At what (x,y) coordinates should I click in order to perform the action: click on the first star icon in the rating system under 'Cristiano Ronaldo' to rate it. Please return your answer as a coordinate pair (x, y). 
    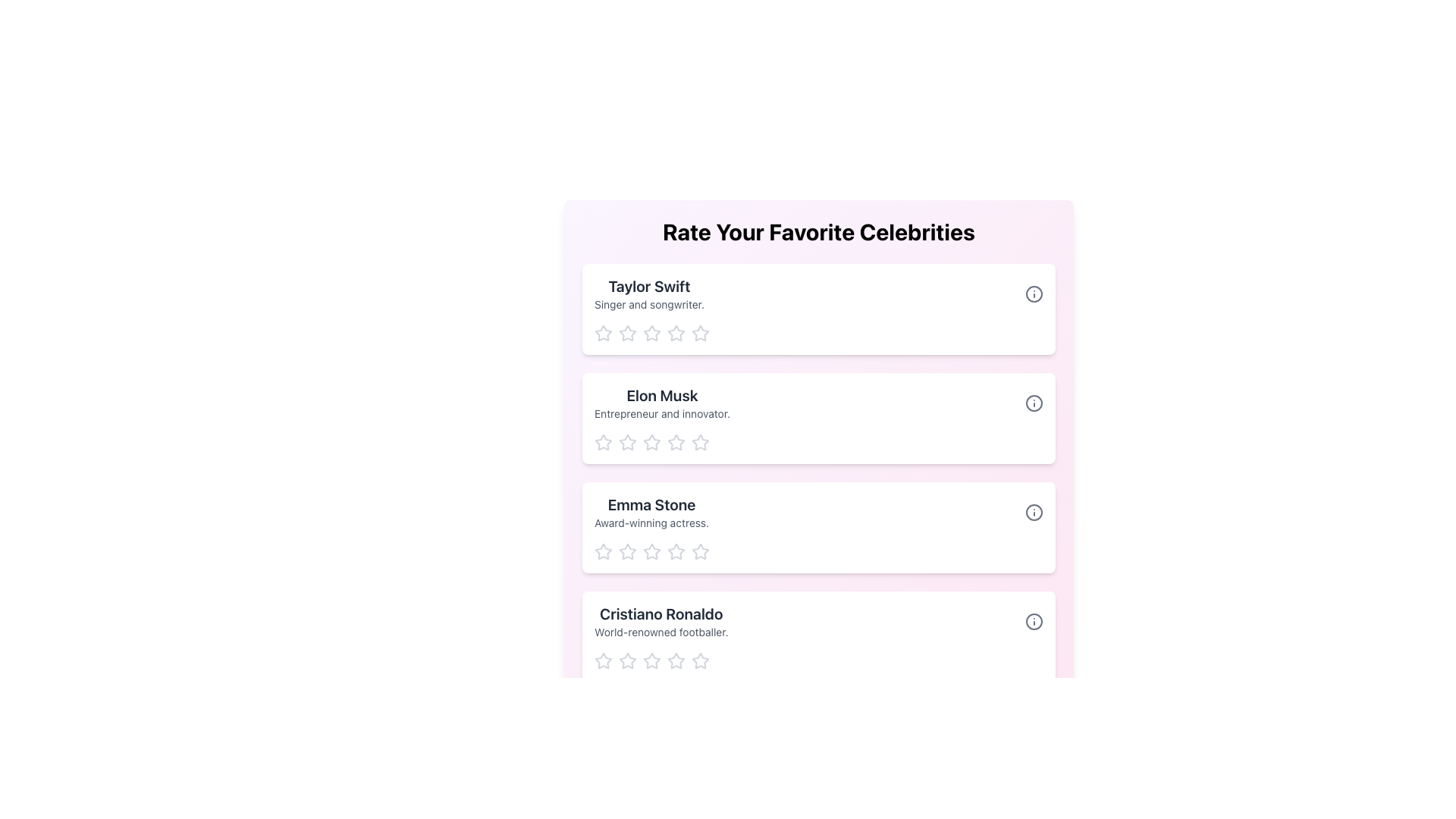
    Looking at the image, I should click on (628, 660).